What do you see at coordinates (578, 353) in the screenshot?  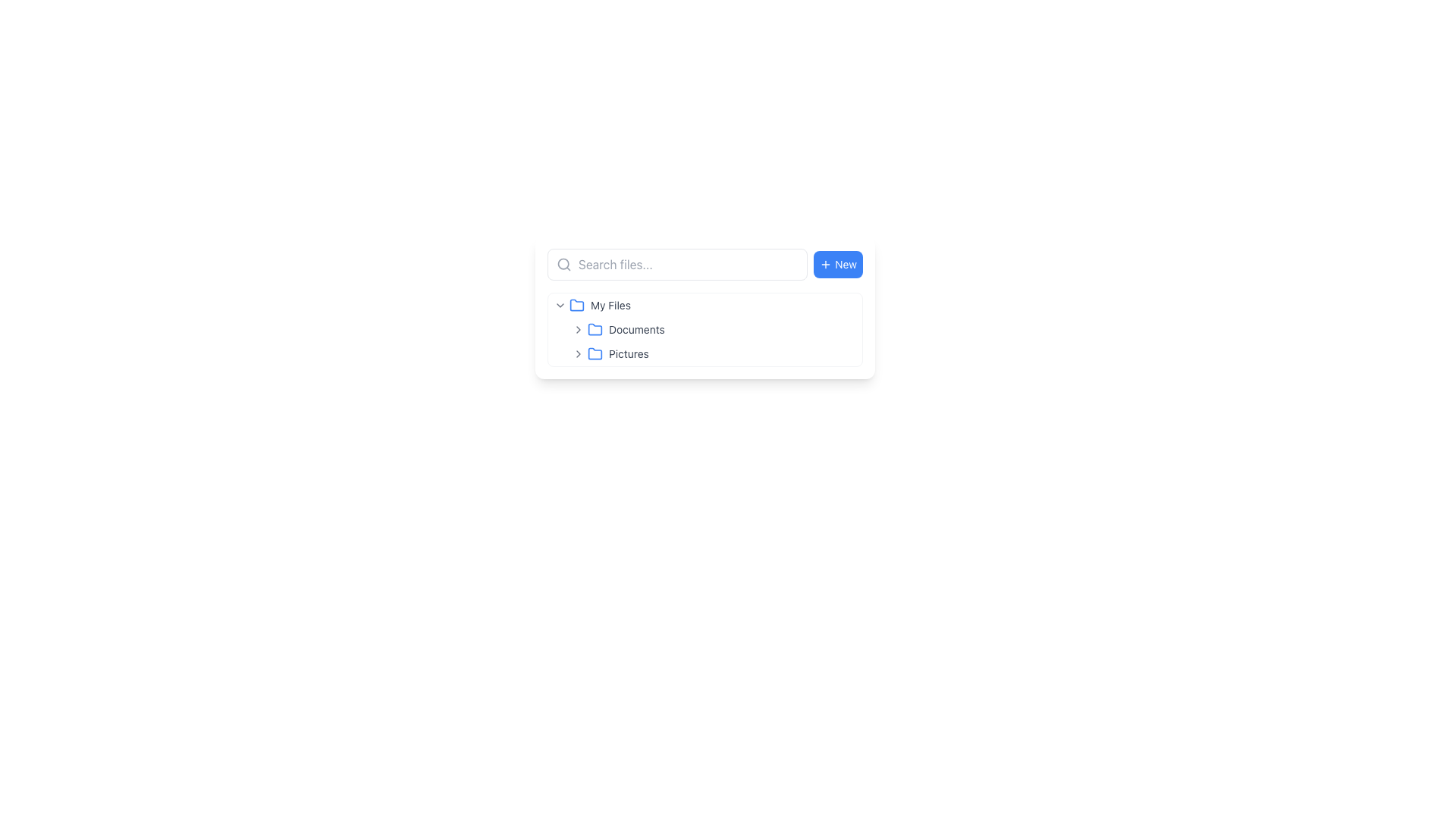 I see `the small gray chevron icon that serves as an indicator for the 'Pictures' folder entry in the file navigation interface` at bounding box center [578, 353].